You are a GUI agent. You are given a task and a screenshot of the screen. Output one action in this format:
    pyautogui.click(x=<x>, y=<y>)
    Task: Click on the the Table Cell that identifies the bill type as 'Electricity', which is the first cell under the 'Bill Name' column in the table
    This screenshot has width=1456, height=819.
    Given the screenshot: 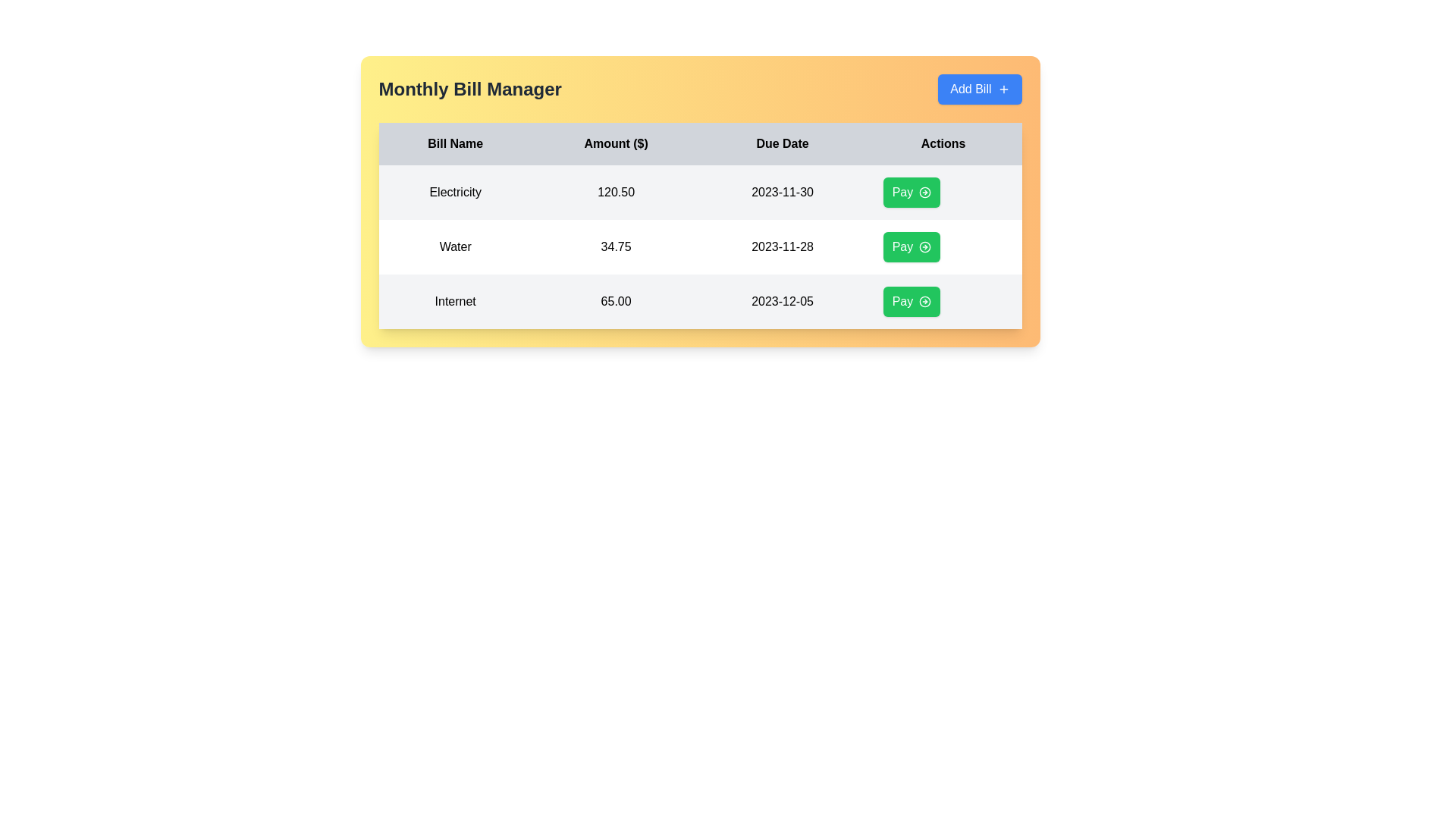 What is the action you would take?
    pyautogui.click(x=454, y=192)
    